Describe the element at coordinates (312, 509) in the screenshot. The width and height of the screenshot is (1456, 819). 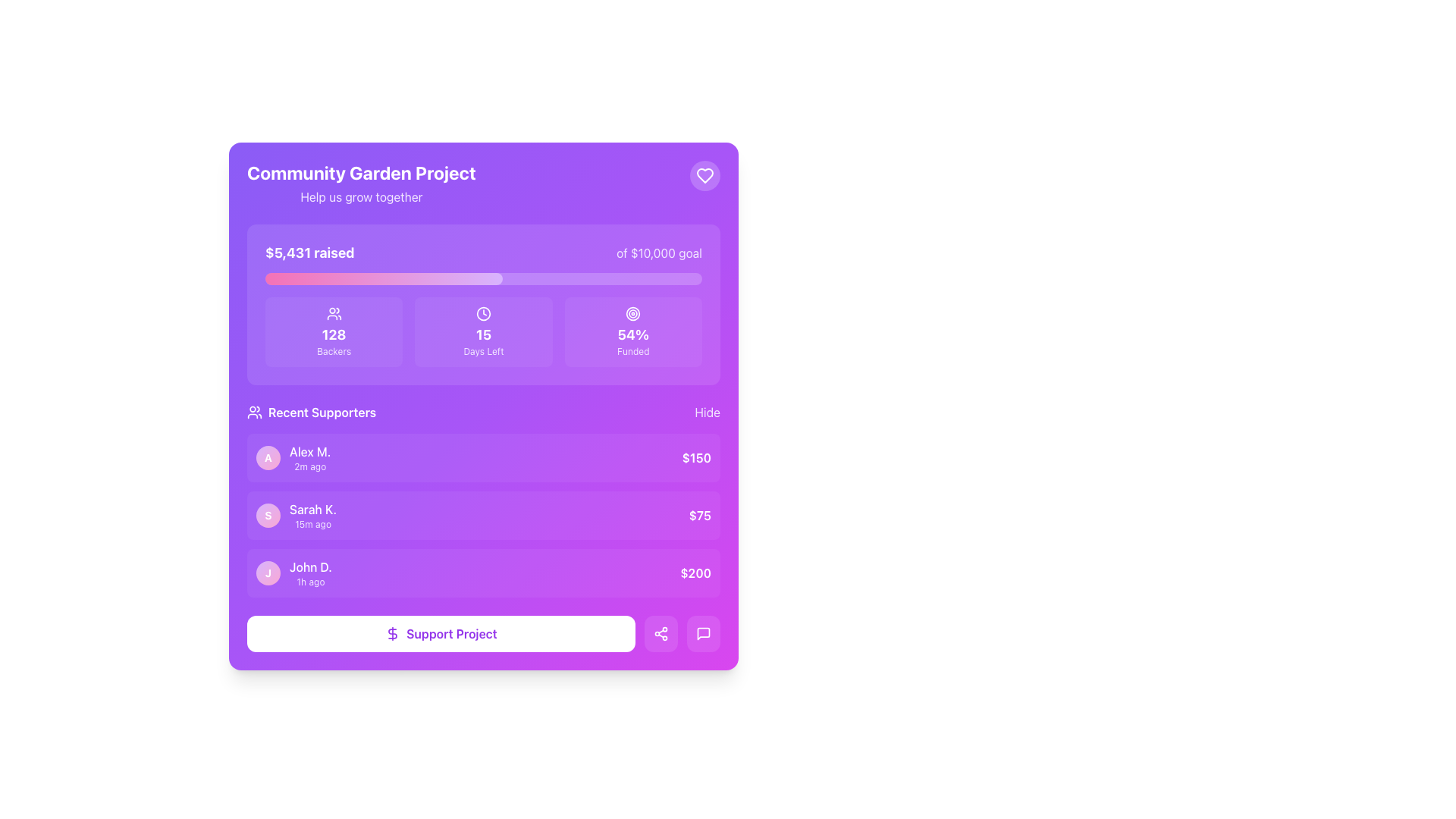
I see `text label displaying the name 'Sarah K.' which is part of the 'Recent Supporters' section, specifically the second item listed` at that location.